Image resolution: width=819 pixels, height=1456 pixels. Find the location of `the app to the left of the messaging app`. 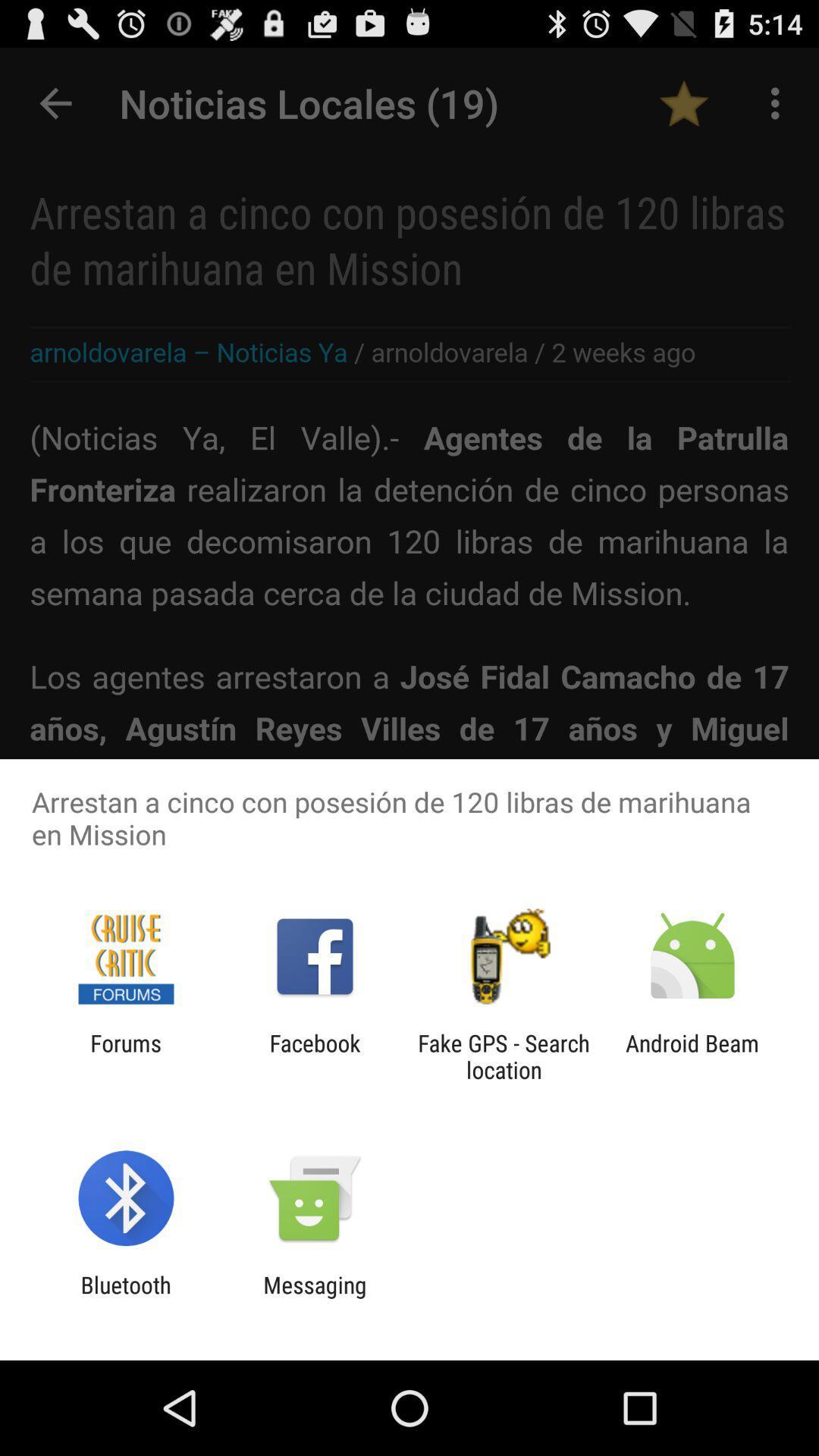

the app to the left of the messaging app is located at coordinates (125, 1298).